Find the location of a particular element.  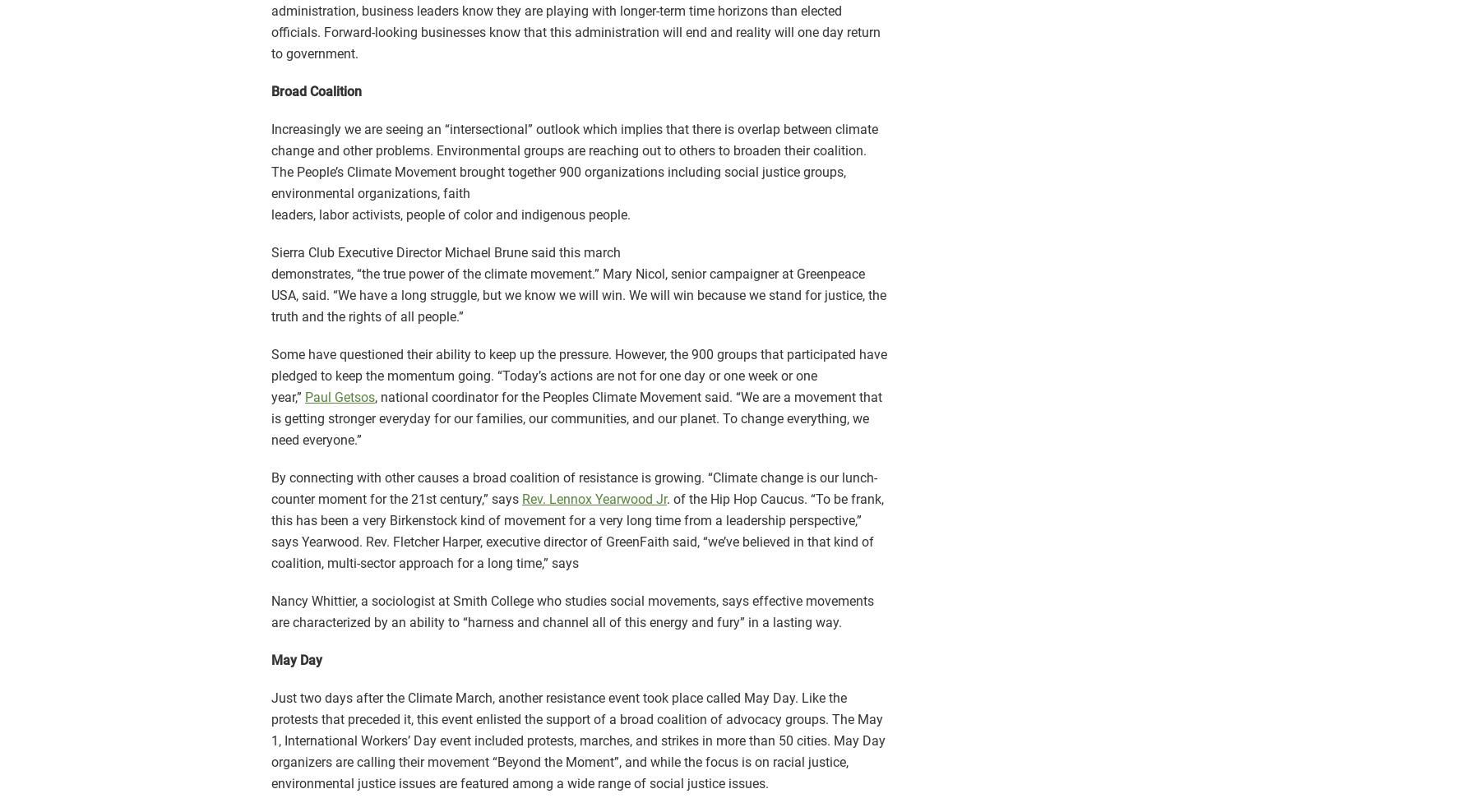

'. of the Hip Hop Caucus. “To be frank, this has been a very Birkenstock kind of movement for a very long time from a leadership perspective,” says Yearwood. Rev. Fletcher Harper, executive director of GreenFaith said, “we’ve believed in that kind of coalition, multi-sector approach for a long time,” says' is located at coordinates (576, 530).